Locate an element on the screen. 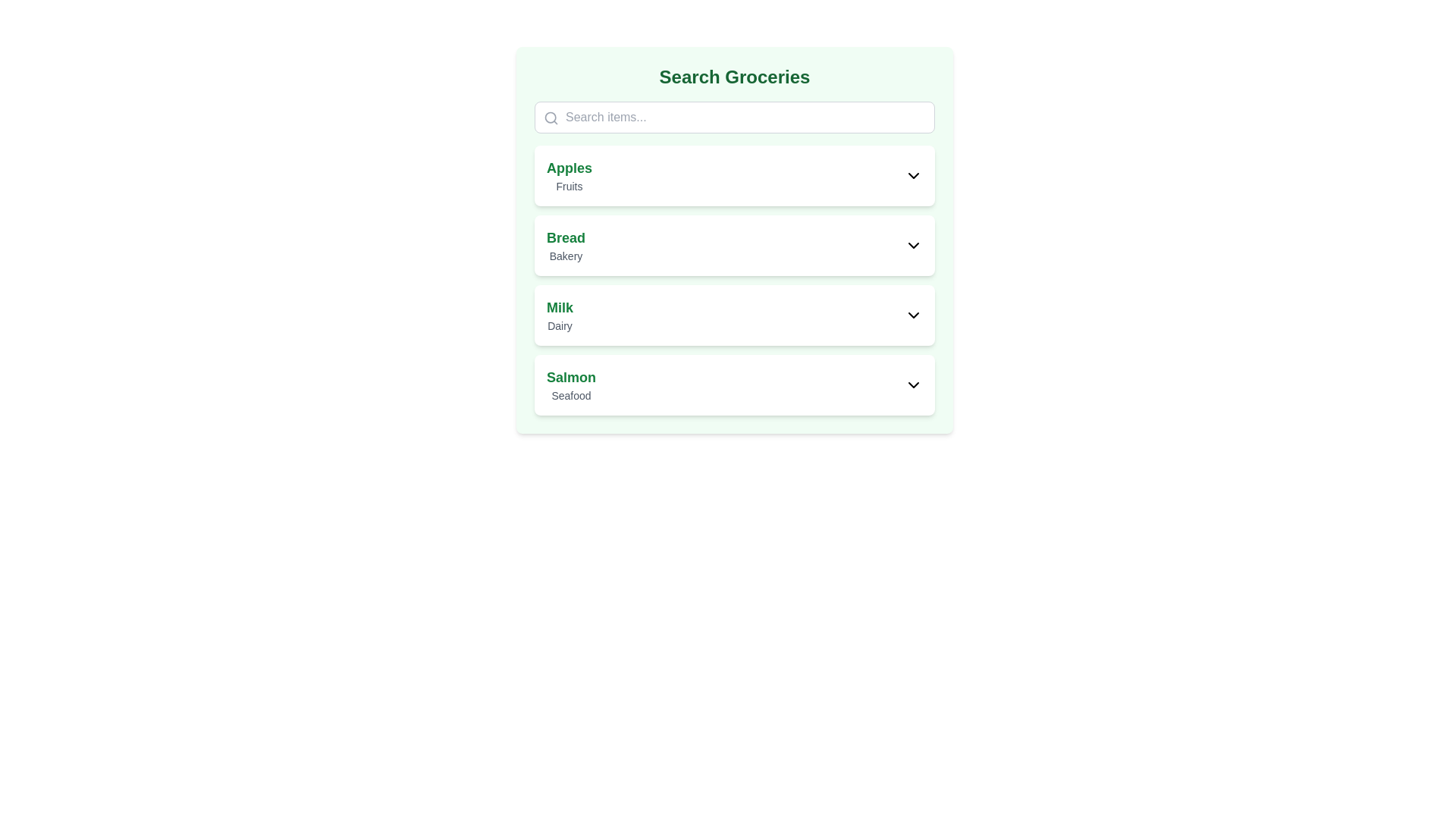 This screenshot has height=819, width=1456. the text label displaying 'Salmon' in large green font, which is located in the fourth block under 'Seafood' and above a dropdown indicator is located at coordinates (570, 376).